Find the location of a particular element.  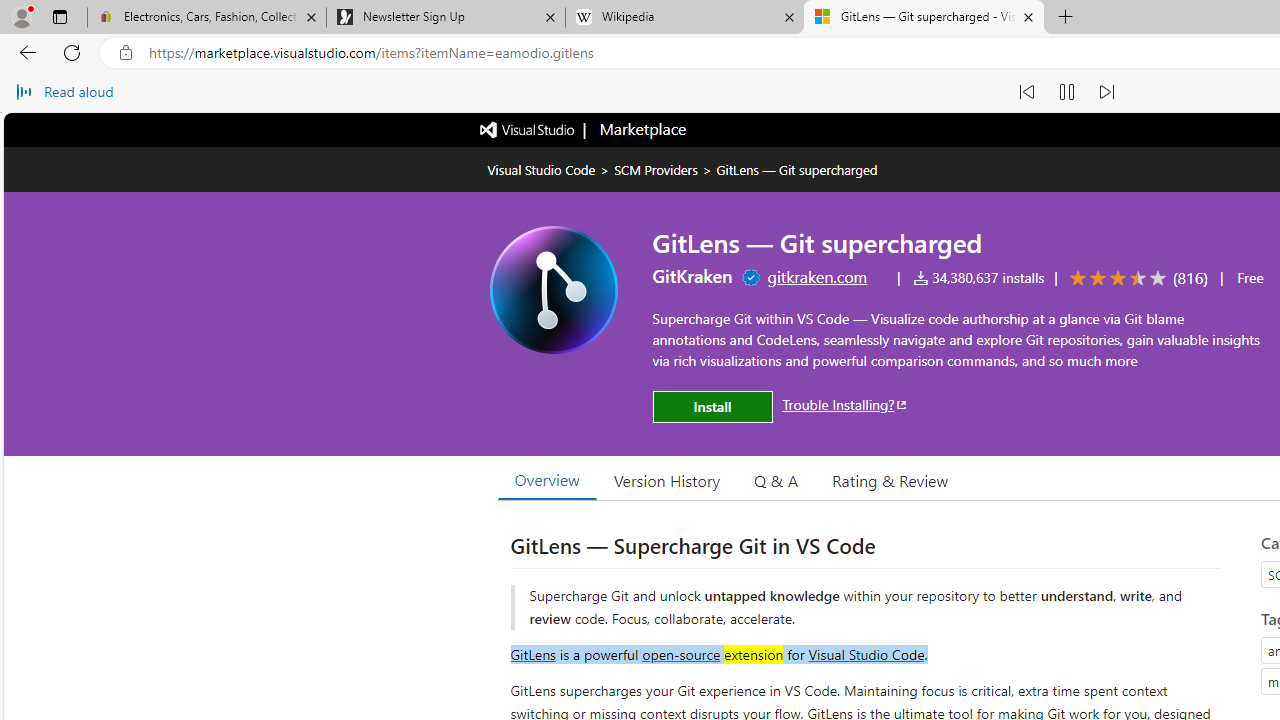

'Install' is located at coordinates (712, 406).